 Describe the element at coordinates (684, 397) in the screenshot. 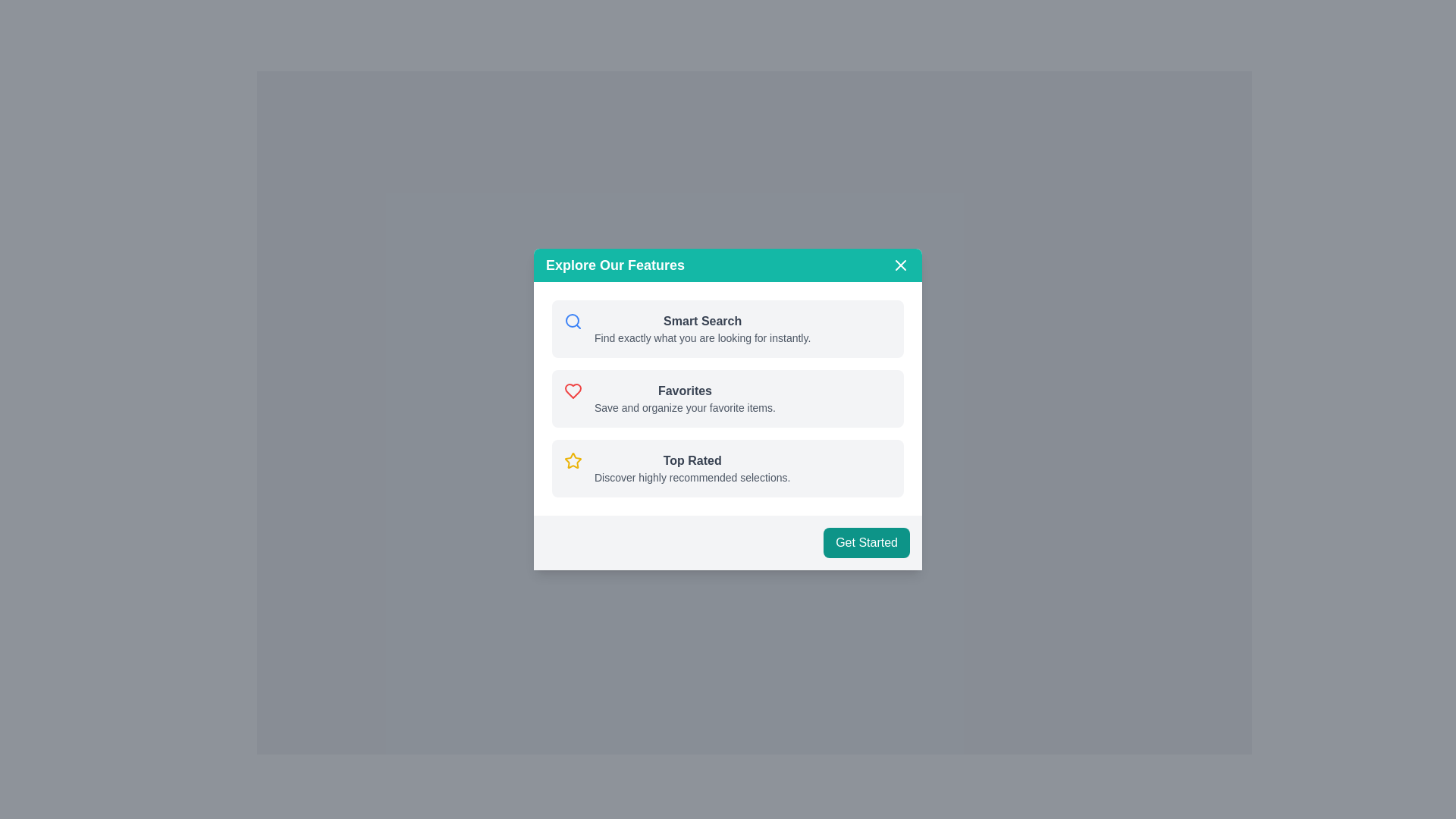

I see `the 'Favorites' feature information block located in the center region of the modal, below 'Smart Search' and above 'Top Rated', which is the second selectable item among three options` at that location.